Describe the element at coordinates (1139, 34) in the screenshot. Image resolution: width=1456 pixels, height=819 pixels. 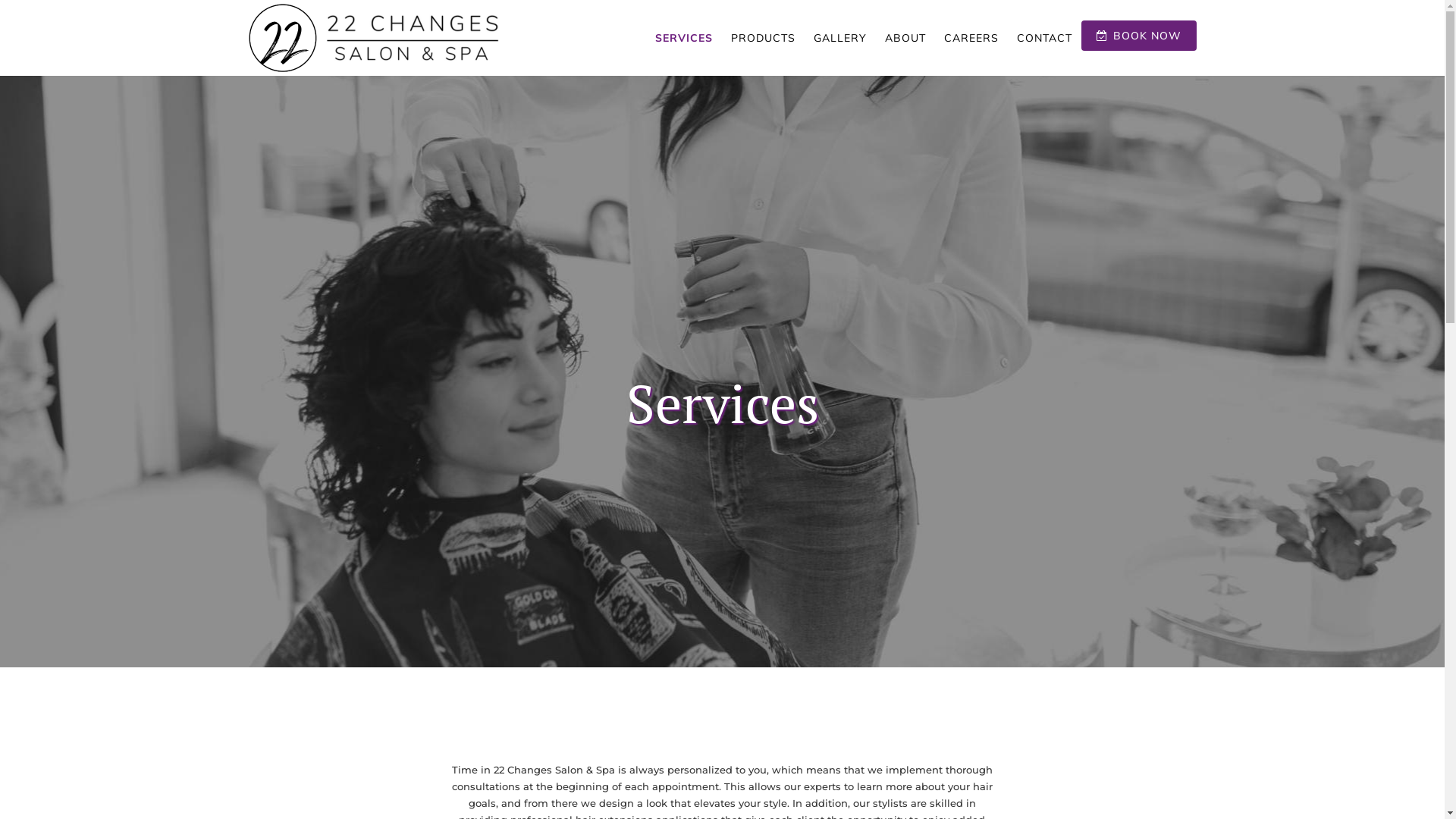
I see `'BOOK NOW'` at that location.